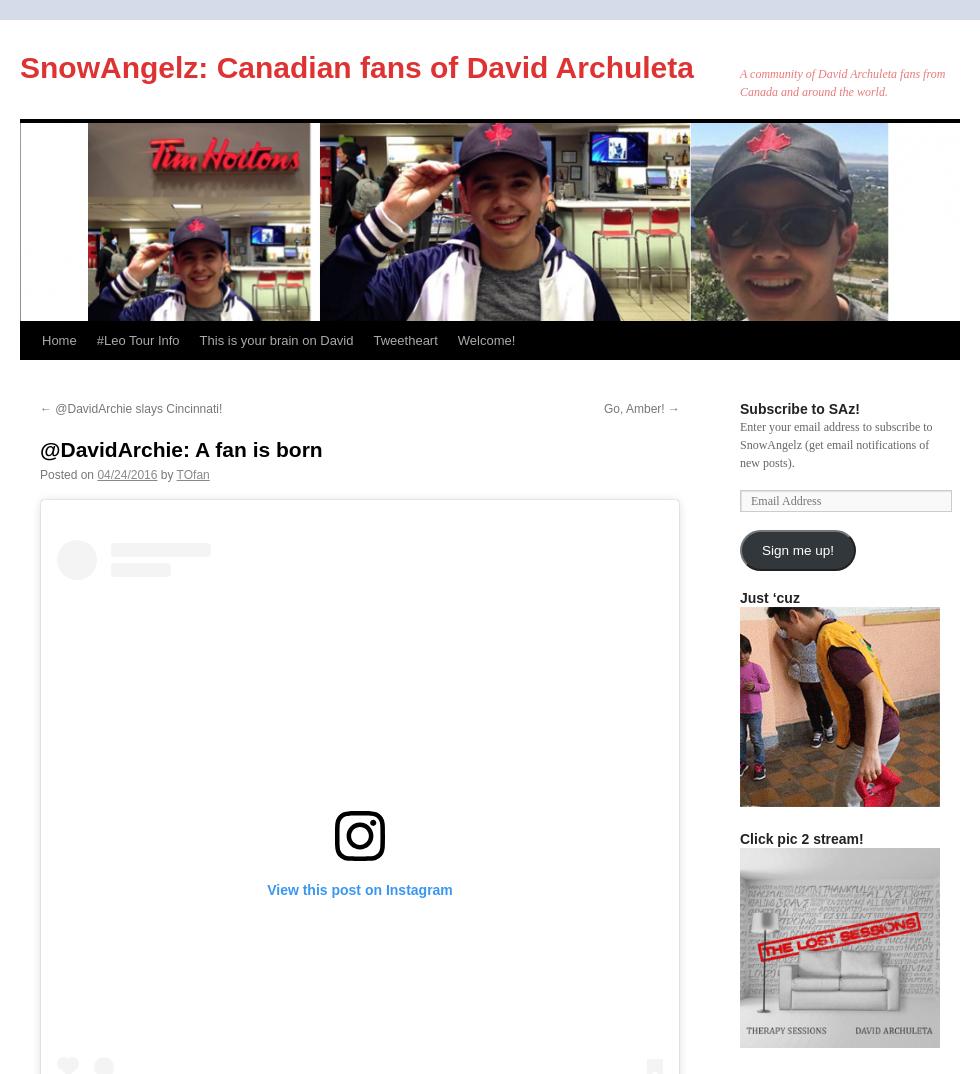 This screenshot has height=1074, width=980. What do you see at coordinates (769, 598) in the screenshot?
I see `'Just ‘cuz'` at bounding box center [769, 598].